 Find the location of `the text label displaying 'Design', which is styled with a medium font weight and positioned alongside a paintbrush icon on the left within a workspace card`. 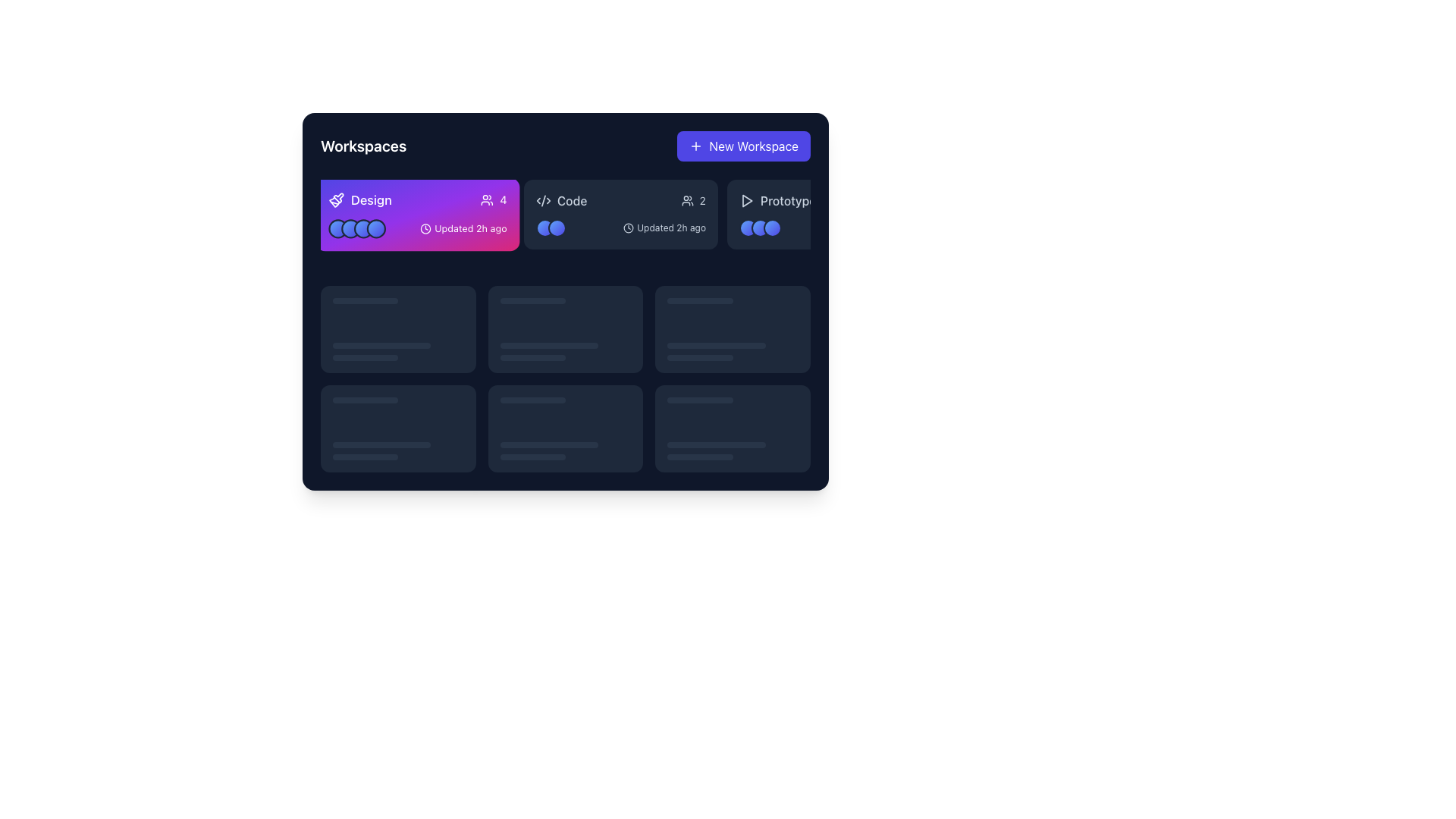

the text label displaying 'Design', which is styled with a medium font weight and positioned alongside a paintbrush icon on the left within a workspace card is located at coordinates (359, 199).